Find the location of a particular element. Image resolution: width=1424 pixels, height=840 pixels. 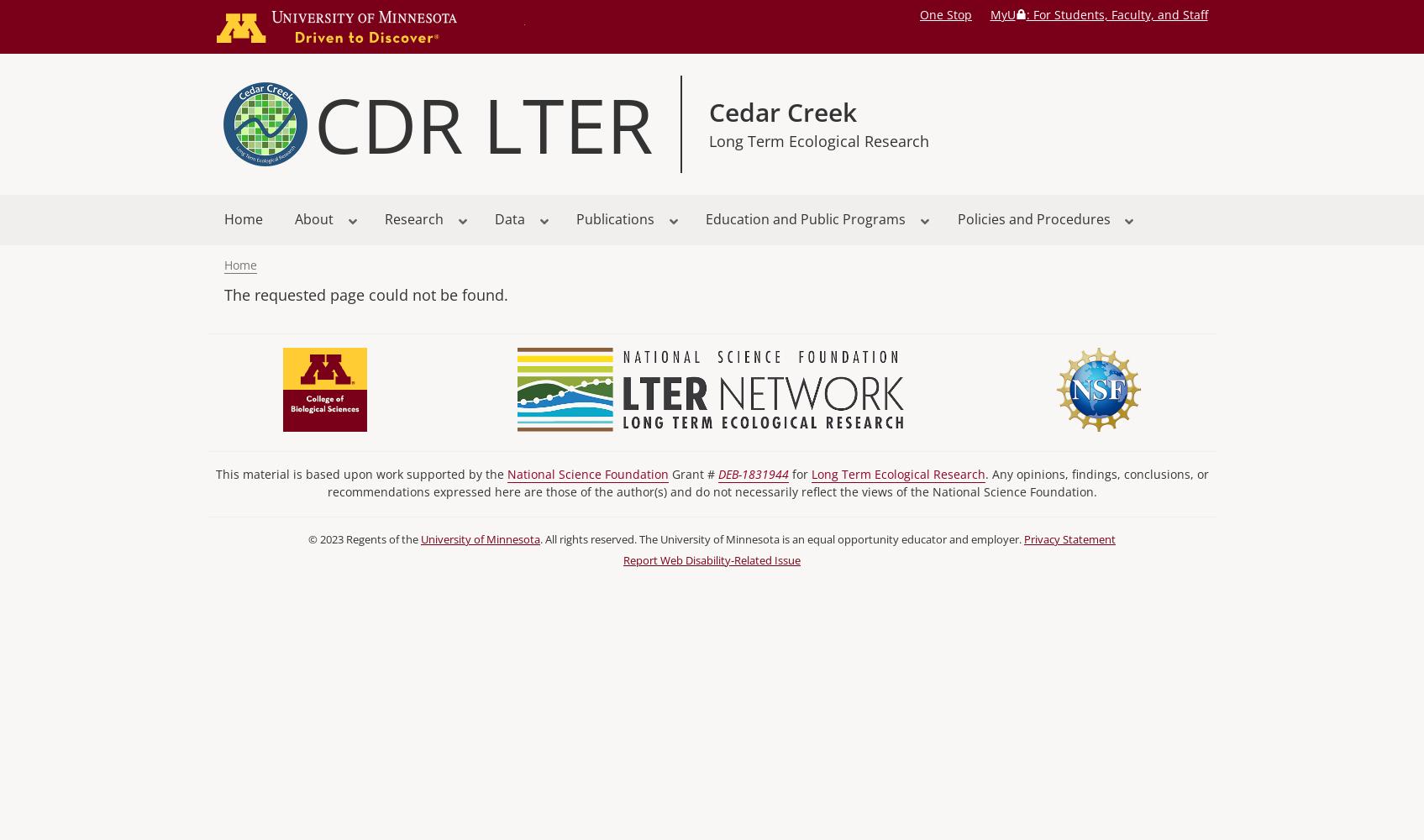

'Privacy Statement' is located at coordinates (1069, 539).